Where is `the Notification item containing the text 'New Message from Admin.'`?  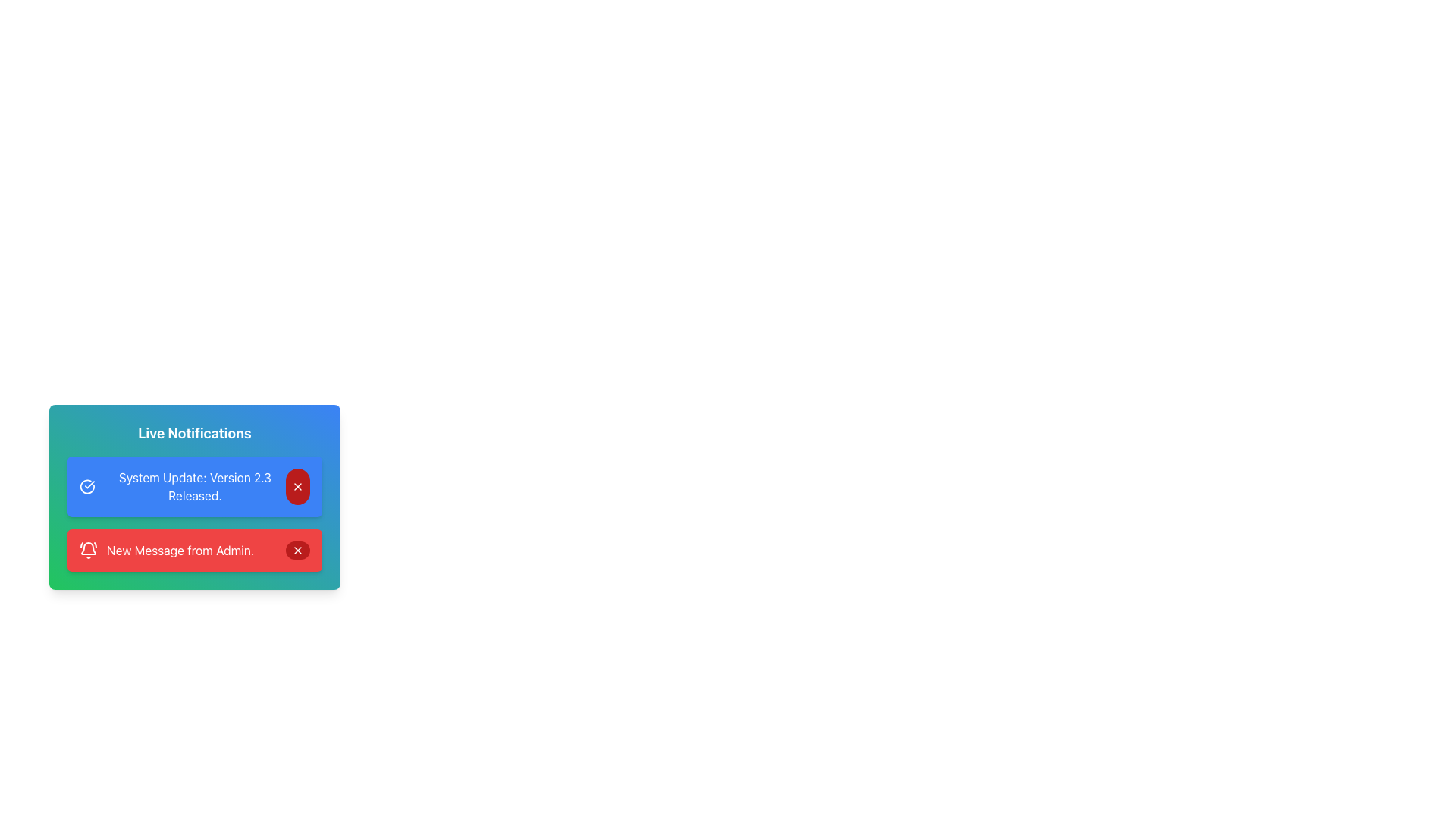 the Notification item containing the text 'New Message from Admin.' is located at coordinates (167, 550).